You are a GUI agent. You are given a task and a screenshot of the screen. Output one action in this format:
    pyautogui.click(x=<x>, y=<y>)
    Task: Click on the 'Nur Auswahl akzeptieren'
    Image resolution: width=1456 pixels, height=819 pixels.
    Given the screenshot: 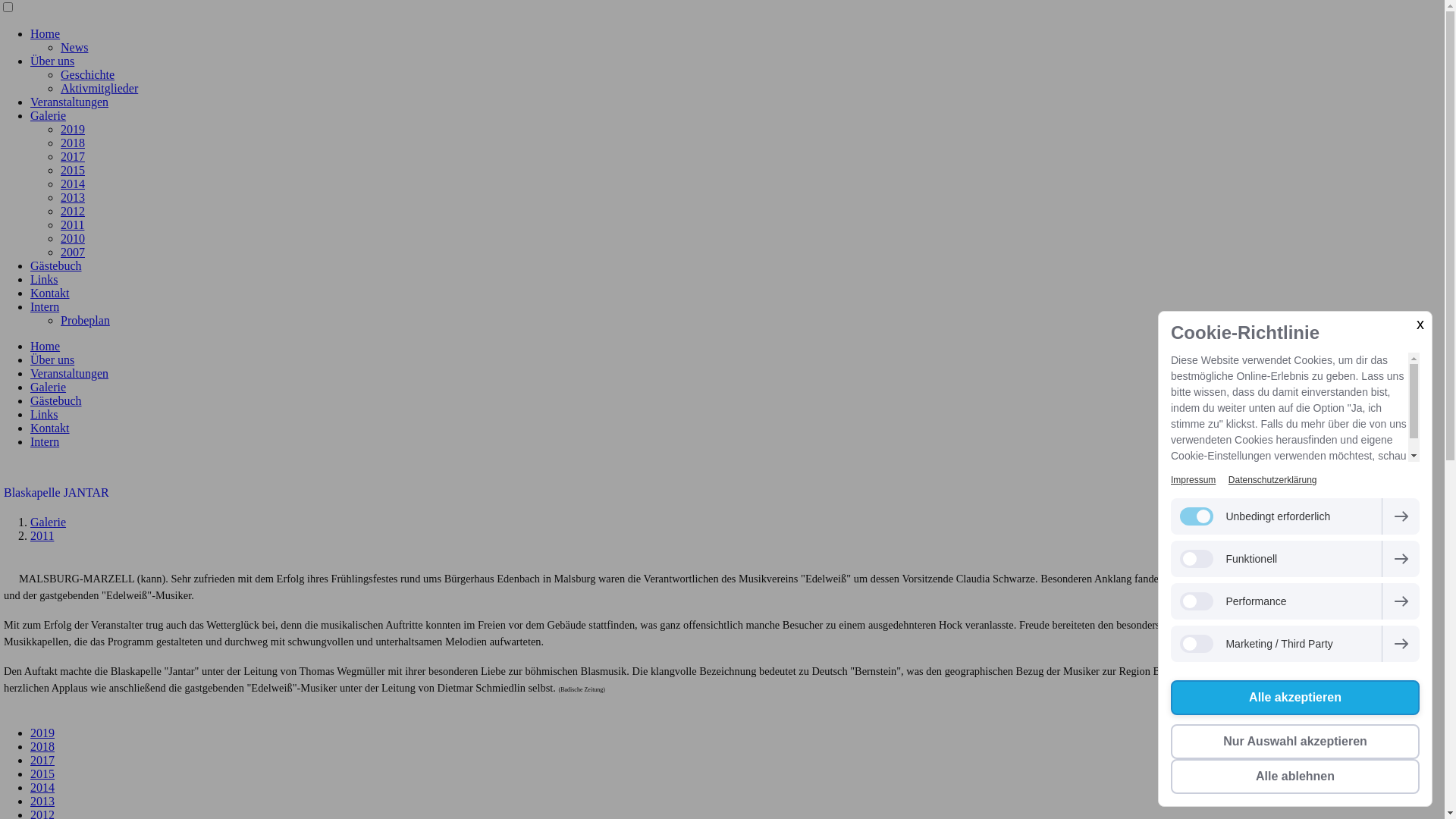 What is the action you would take?
    pyautogui.click(x=1294, y=741)
    